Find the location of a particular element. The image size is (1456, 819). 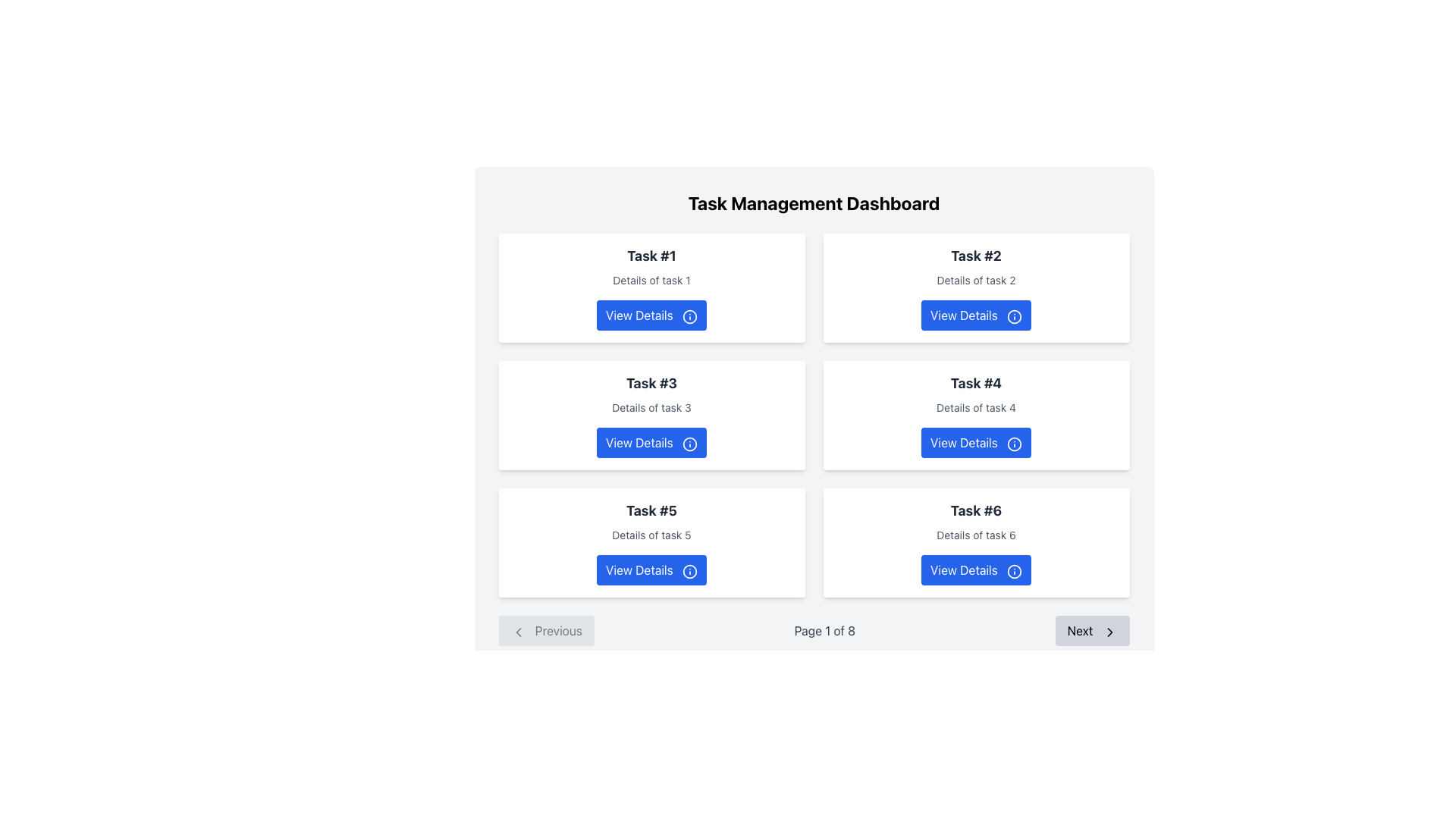

descriptive text line located in the upper-right card of the grid, which provides additional information about 'Task #2' is located at coordinates (976, 281).